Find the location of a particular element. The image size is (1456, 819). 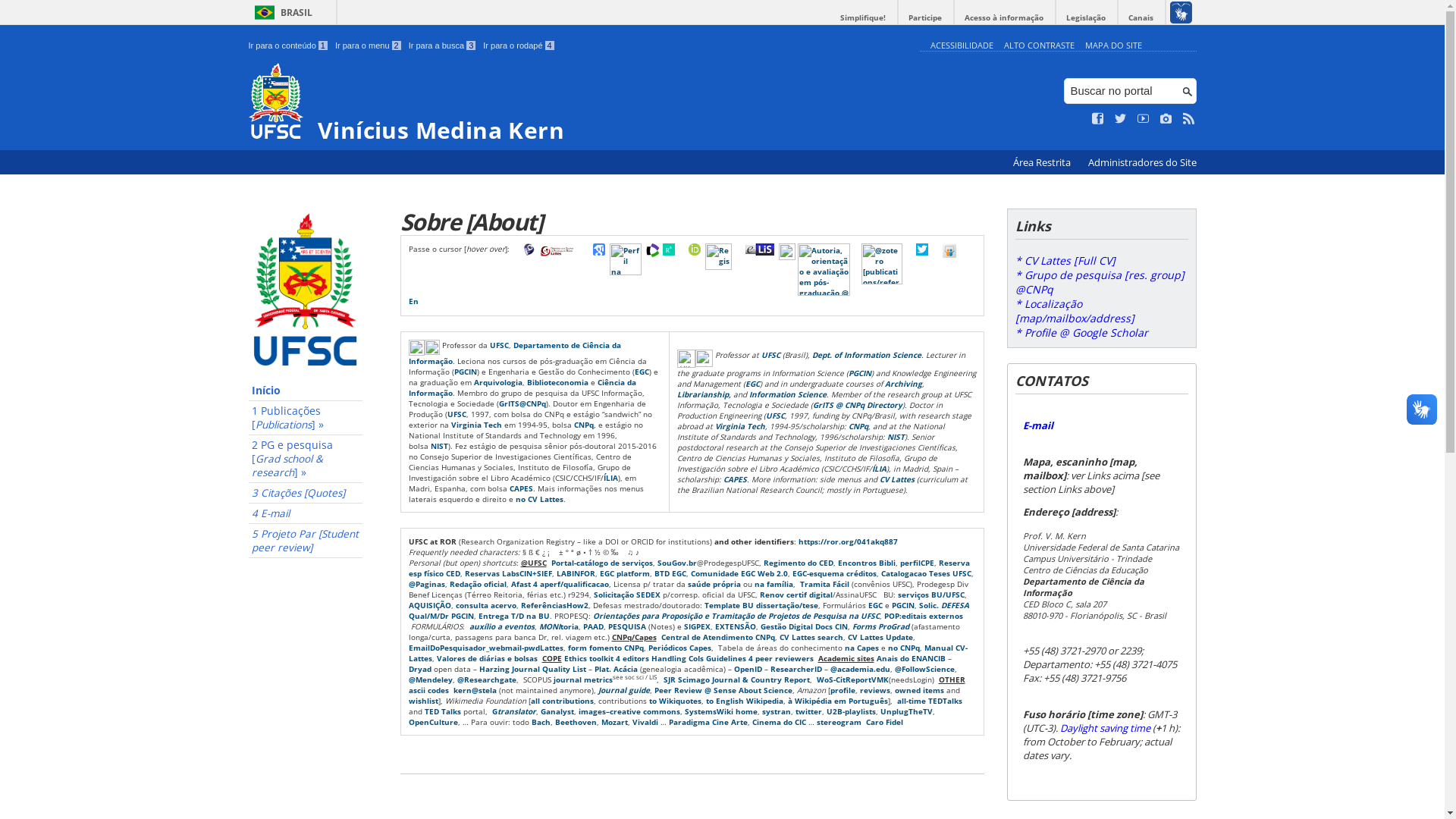

'Archiving' is located at coordinates (902, 382).